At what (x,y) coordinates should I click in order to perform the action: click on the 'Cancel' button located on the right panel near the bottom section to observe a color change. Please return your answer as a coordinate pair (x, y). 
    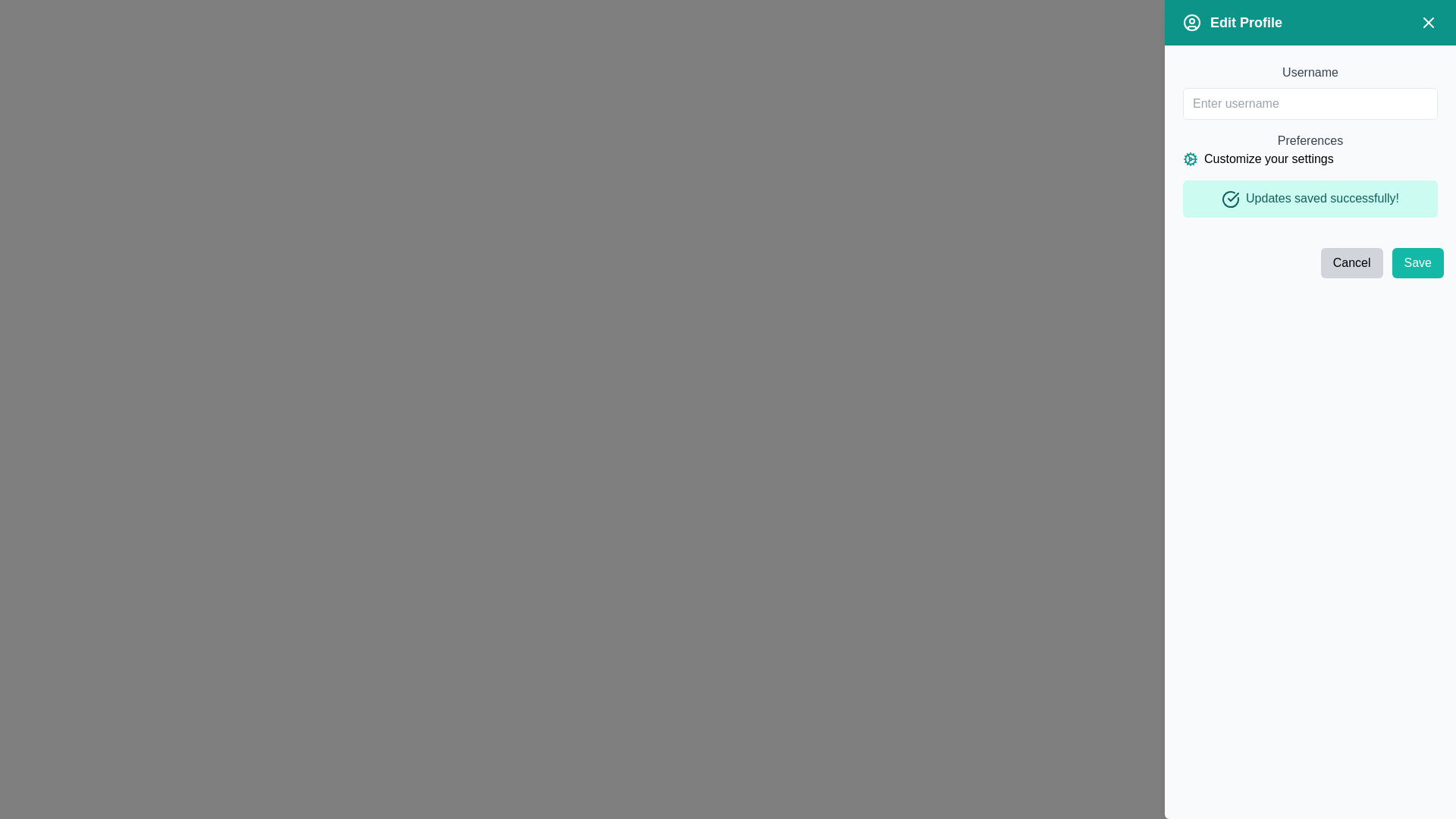
    Looking at the image, I should click on (1351, 262).